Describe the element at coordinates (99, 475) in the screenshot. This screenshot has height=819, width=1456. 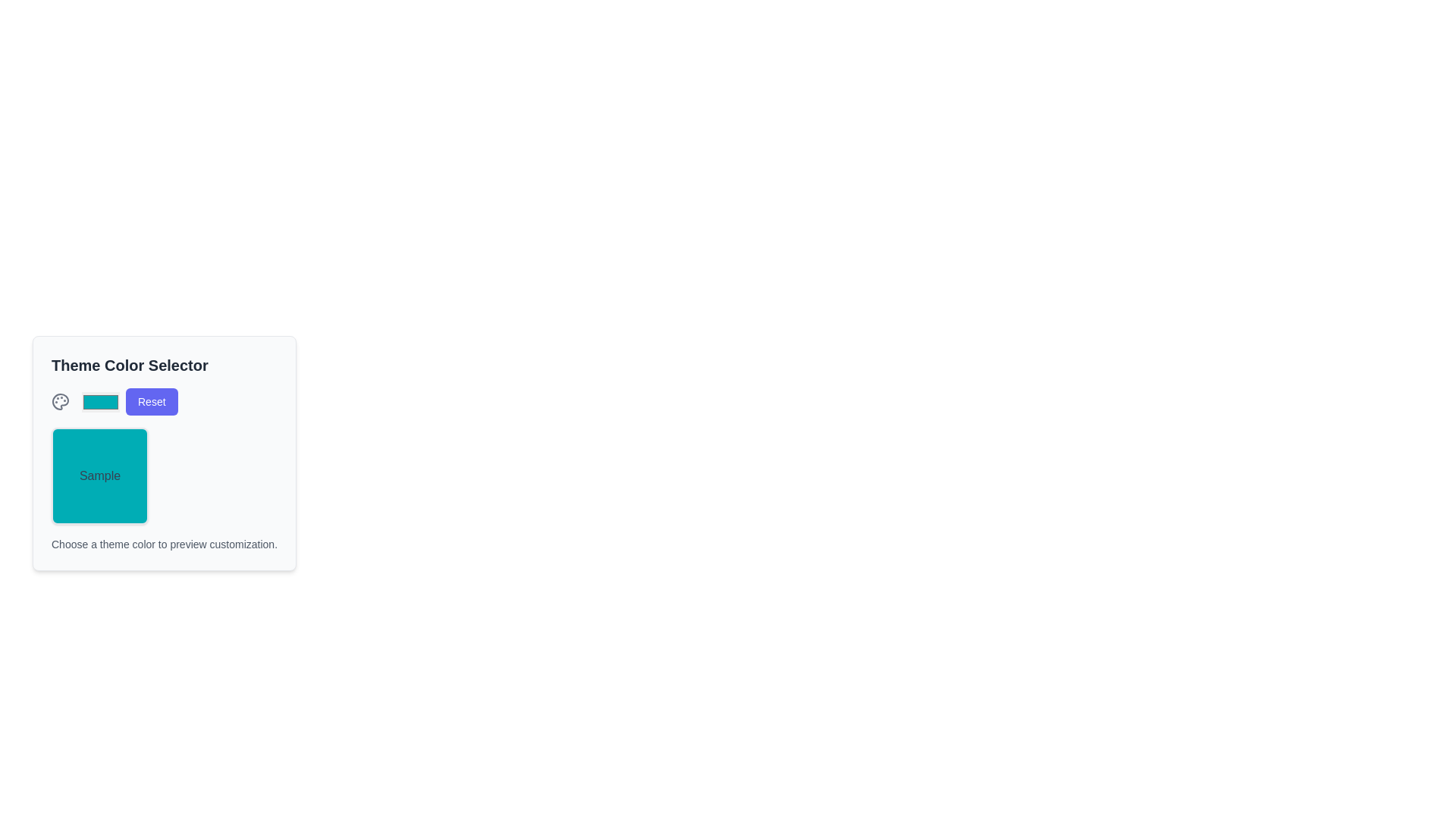
I see `the centered text label that provides content or information, located beneath the reset button and aligned to the left of the 'Theme Color Selector' title` at that location.